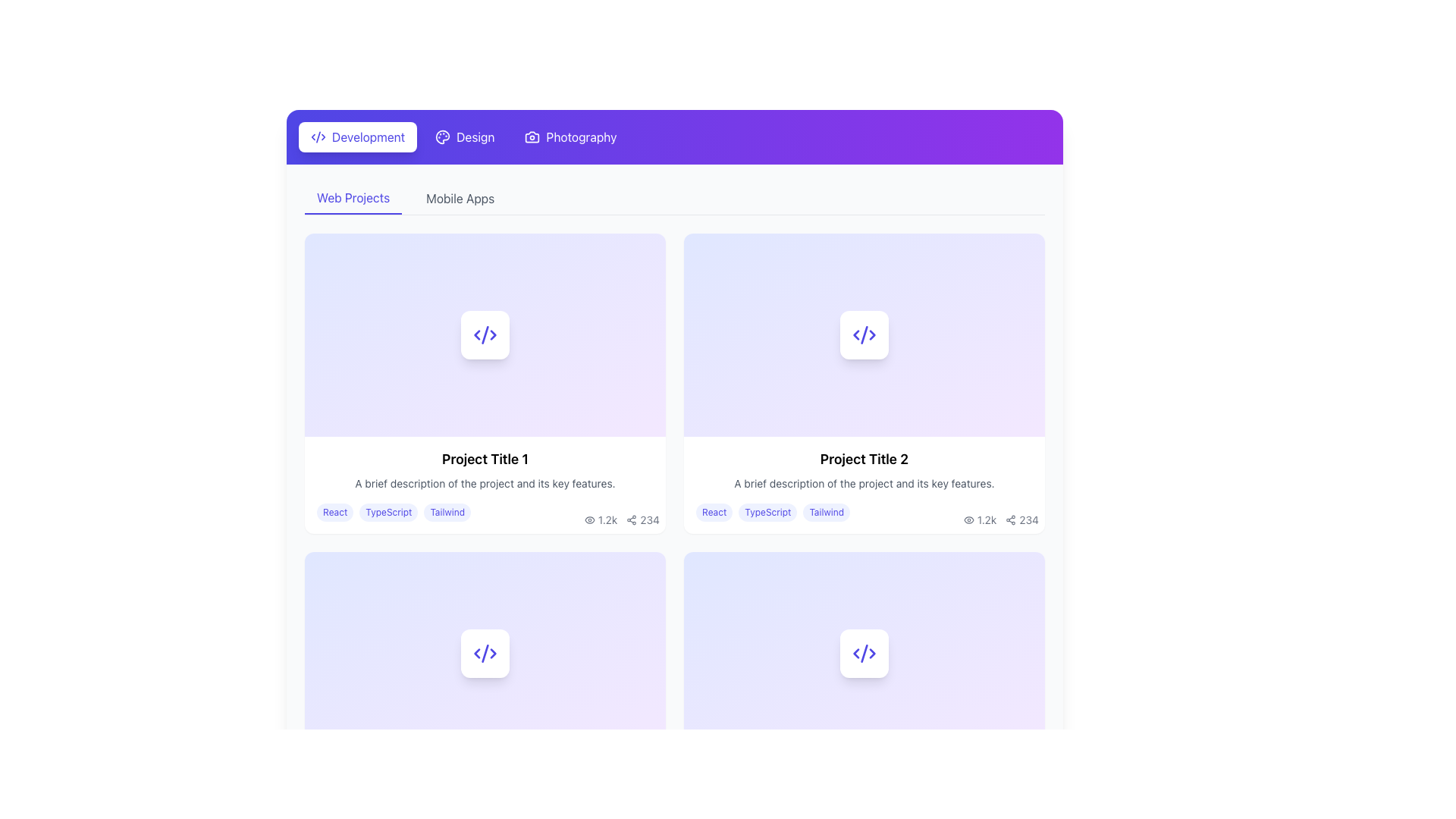 This screenshot has height=819, width=1456. Describe the element at coordinates (484, 652) in the screenshot. I see `the visual representation of the XML code tags icon, which is styled with a purple color scheme and presented within a white, rounded square background, located in the bottom-left card of a grid of four cards` at that location.